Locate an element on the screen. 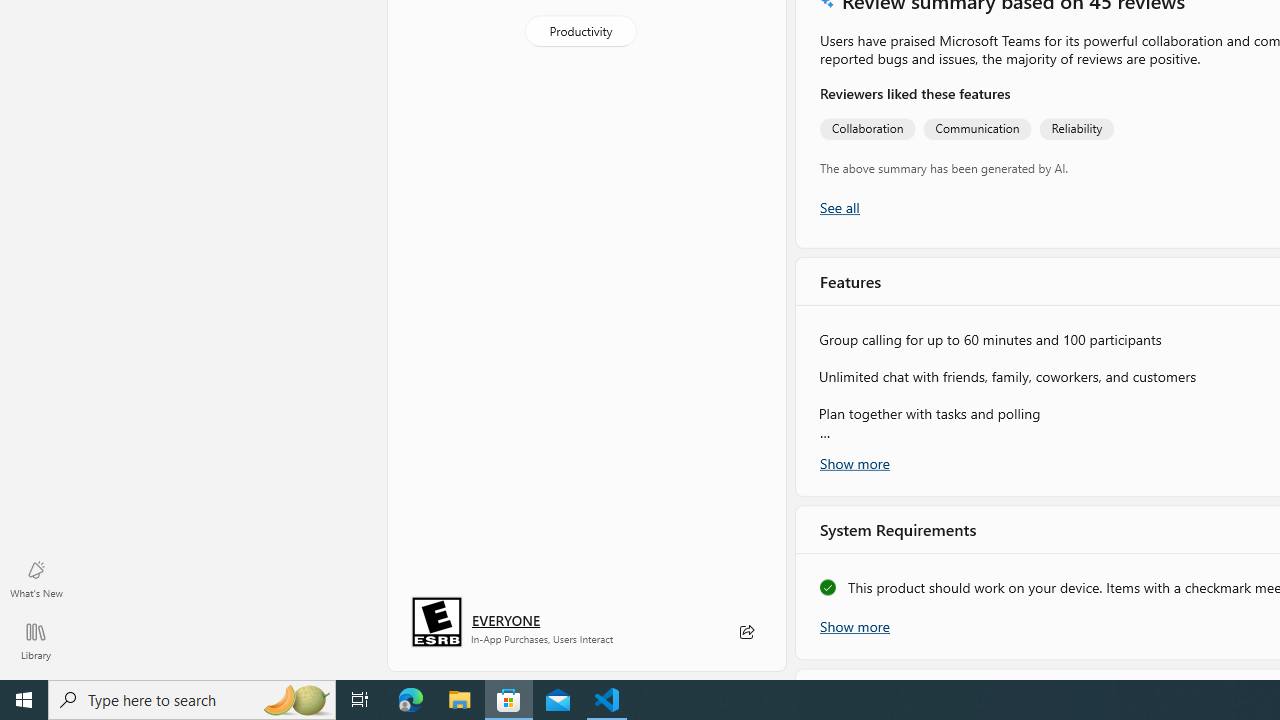  'Share' is located at coordinates (745, 632).